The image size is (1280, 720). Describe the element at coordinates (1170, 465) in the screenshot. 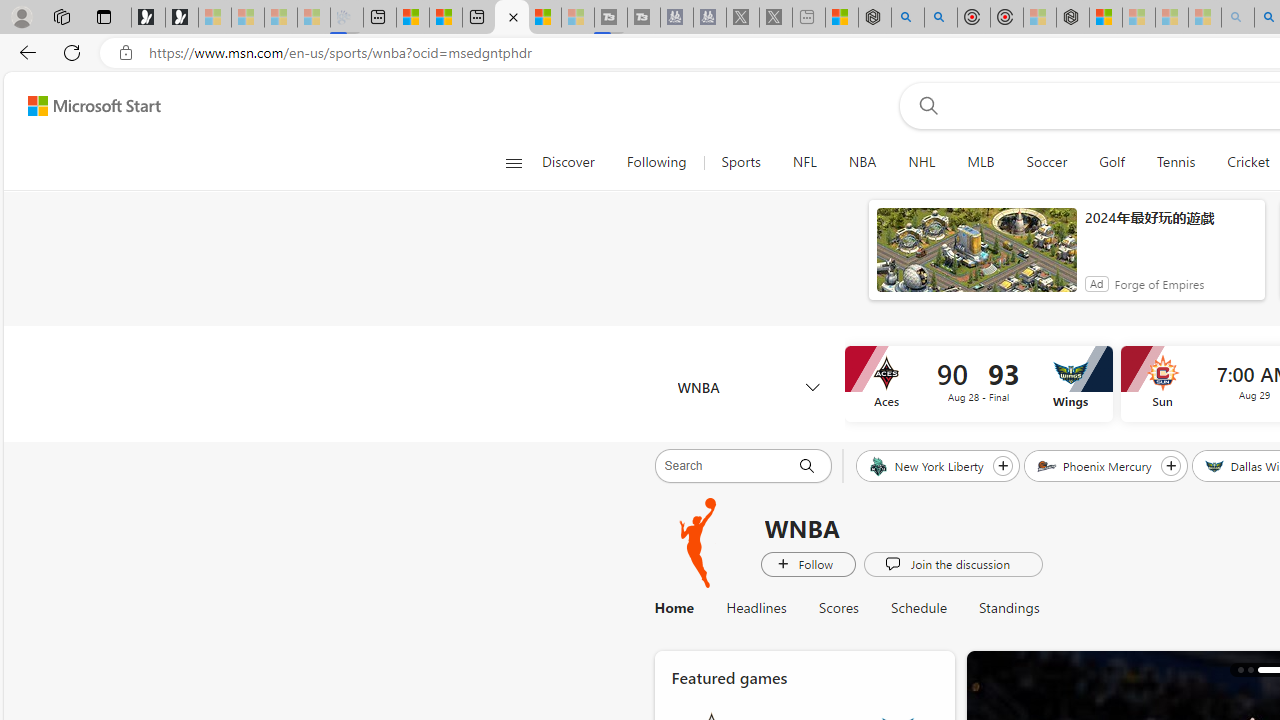

I see `'Follow Phoenix Mercury'` at that location.